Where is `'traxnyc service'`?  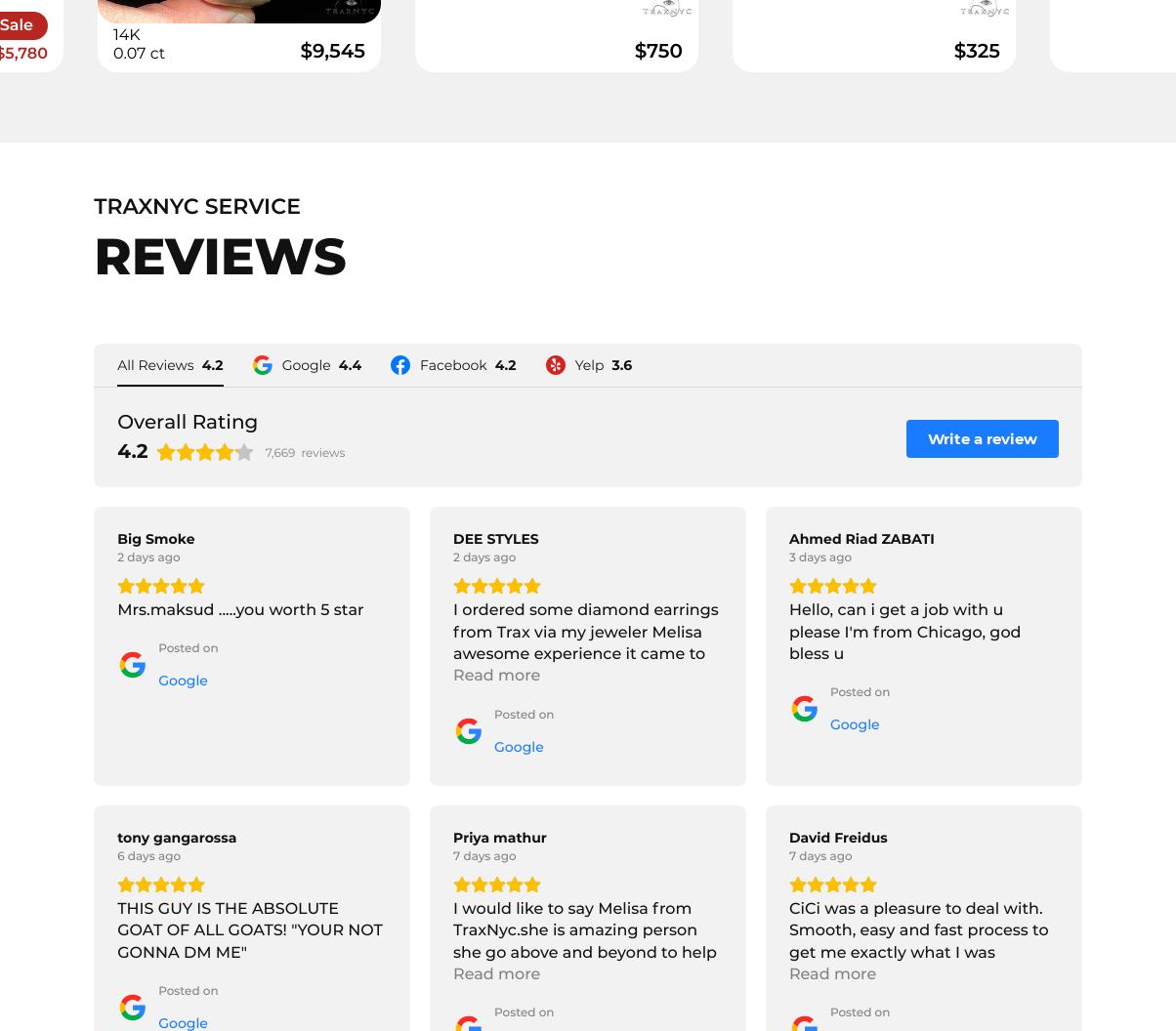 'traxnyc service' is located at coordinates (196, 205).